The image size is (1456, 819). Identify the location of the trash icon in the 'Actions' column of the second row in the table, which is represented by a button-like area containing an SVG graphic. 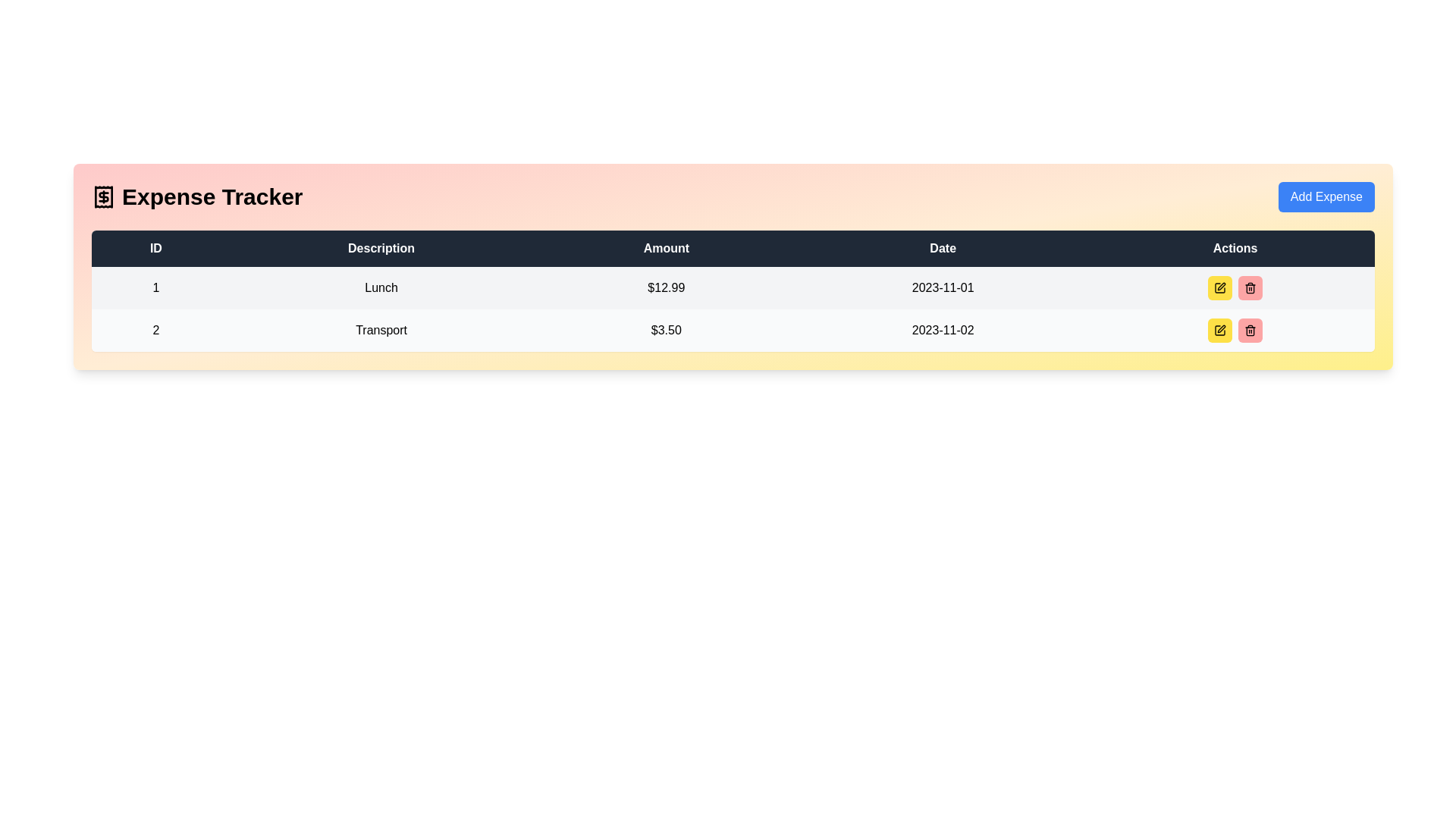
(1250, 331).